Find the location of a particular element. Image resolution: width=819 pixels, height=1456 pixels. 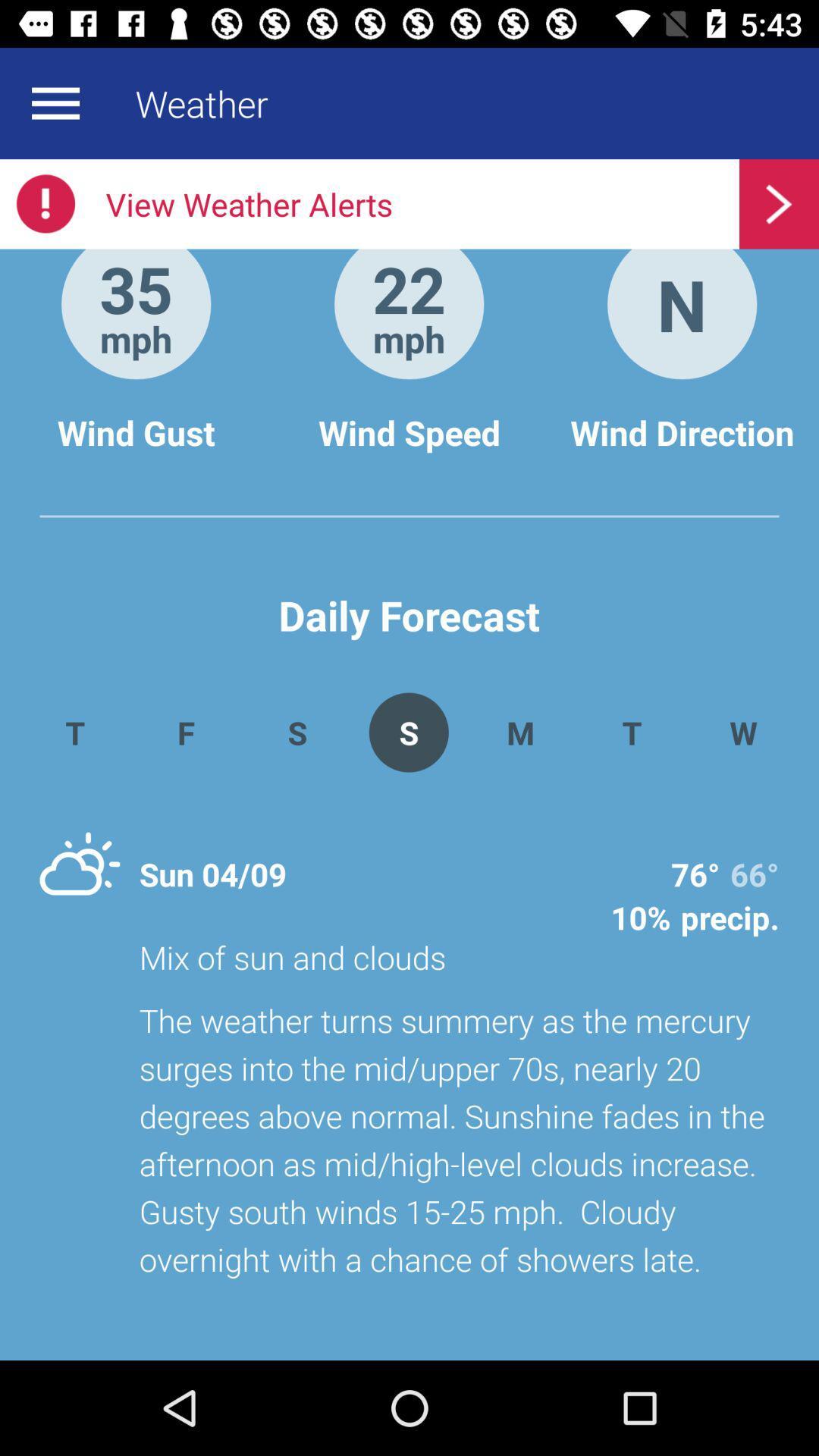

menu is located at coordinates (55, 102).